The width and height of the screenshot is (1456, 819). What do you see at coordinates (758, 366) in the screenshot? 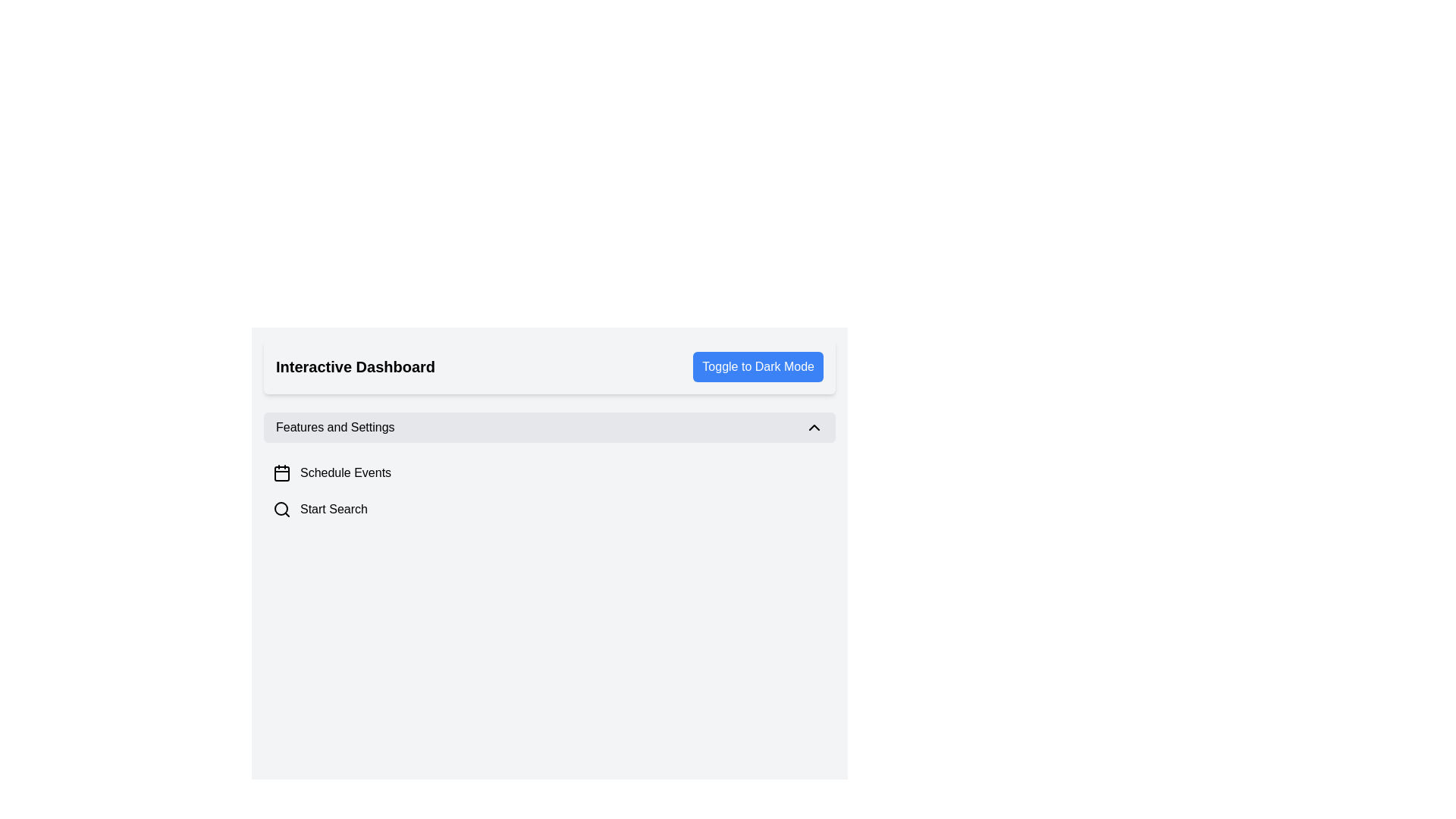
I see `the 'Toggle to Dark Mode' button, which has a blue background and white text, located on the right side of the 'Interactive Dashboard' panel` at bounding box center [758, 366].